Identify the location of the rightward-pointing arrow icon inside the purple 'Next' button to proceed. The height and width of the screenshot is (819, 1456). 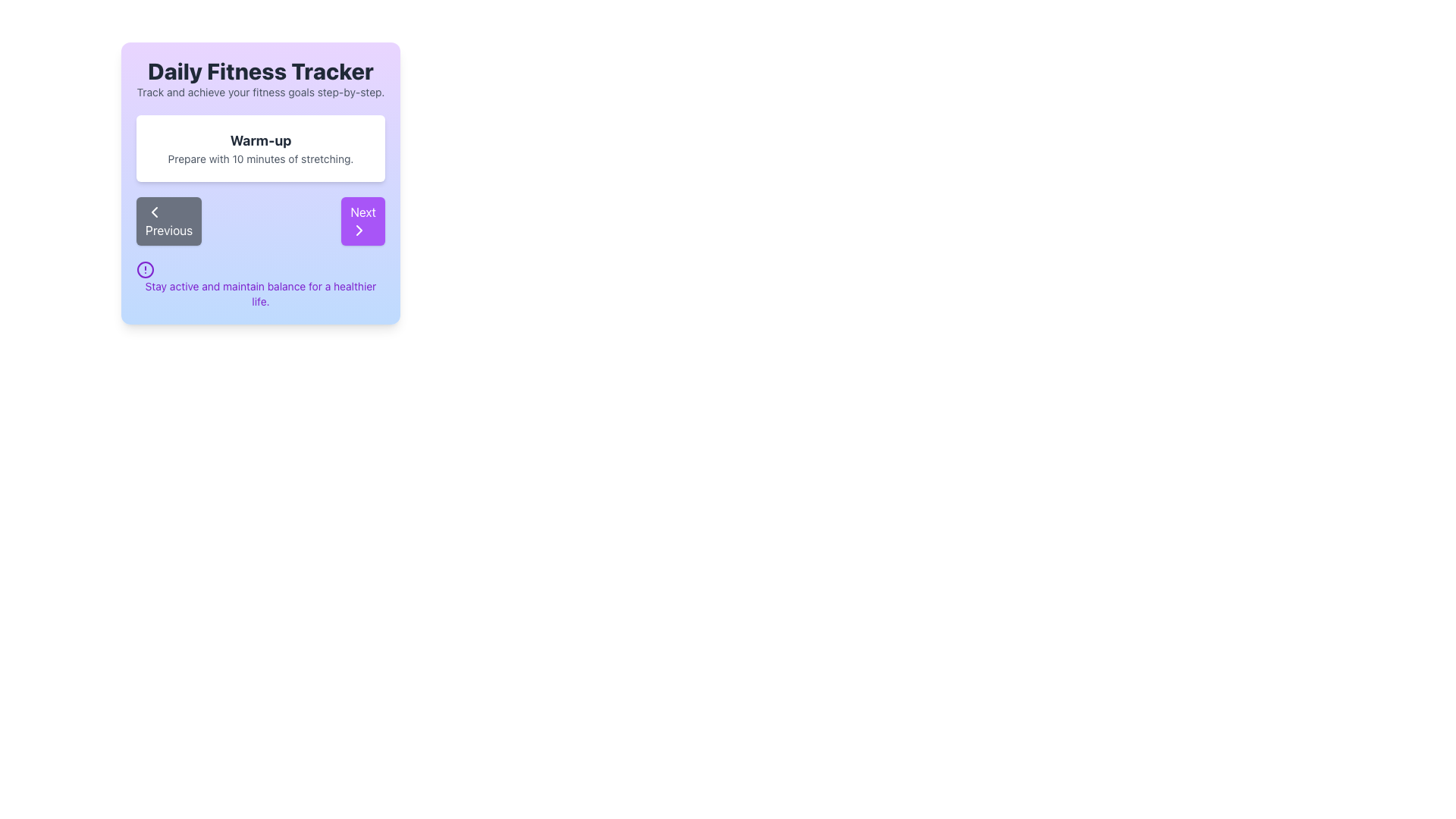
(359, 231).